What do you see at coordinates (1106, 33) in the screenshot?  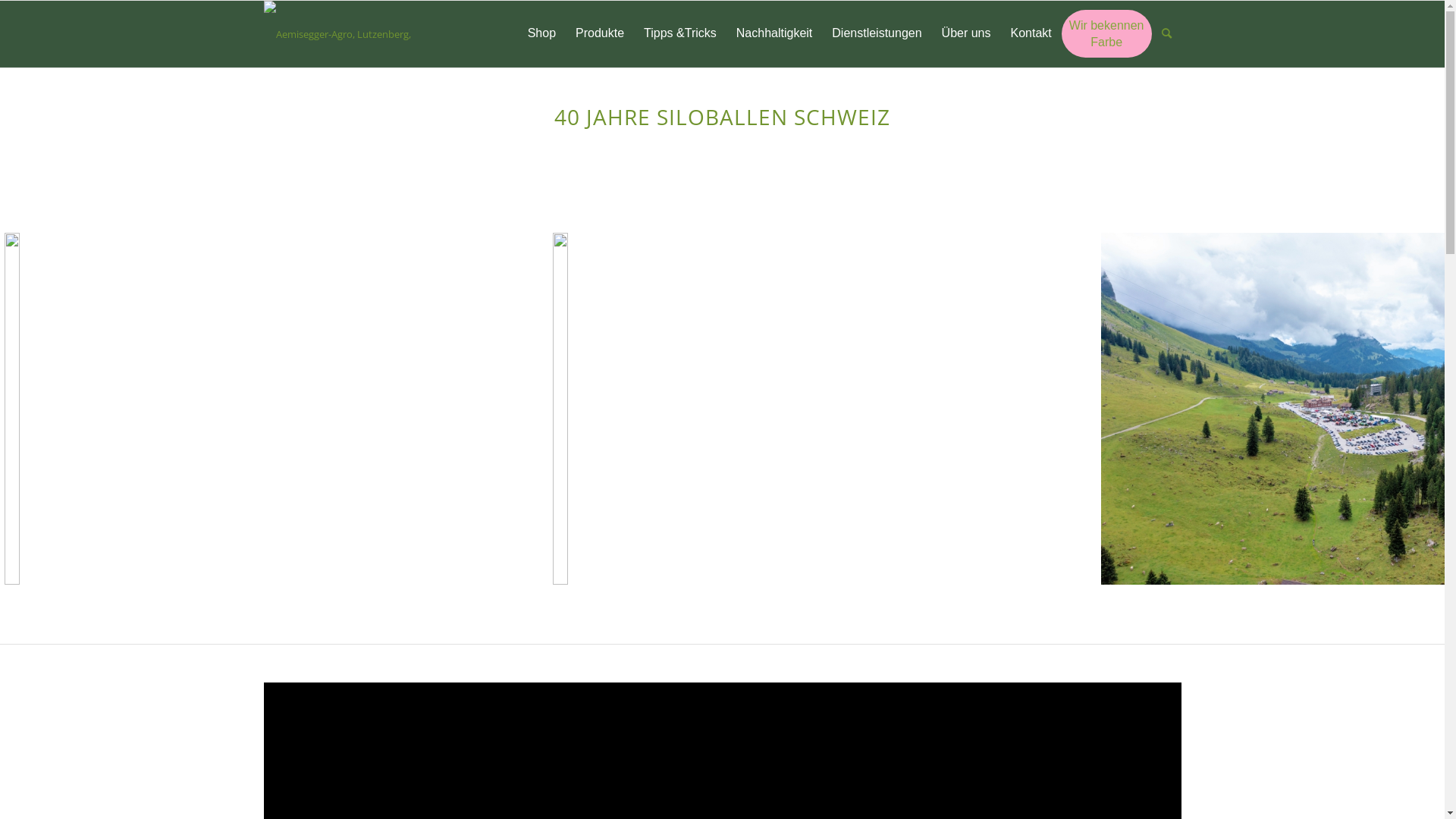 I see `'Wir bekennen` at bounding box center [1106, 33].